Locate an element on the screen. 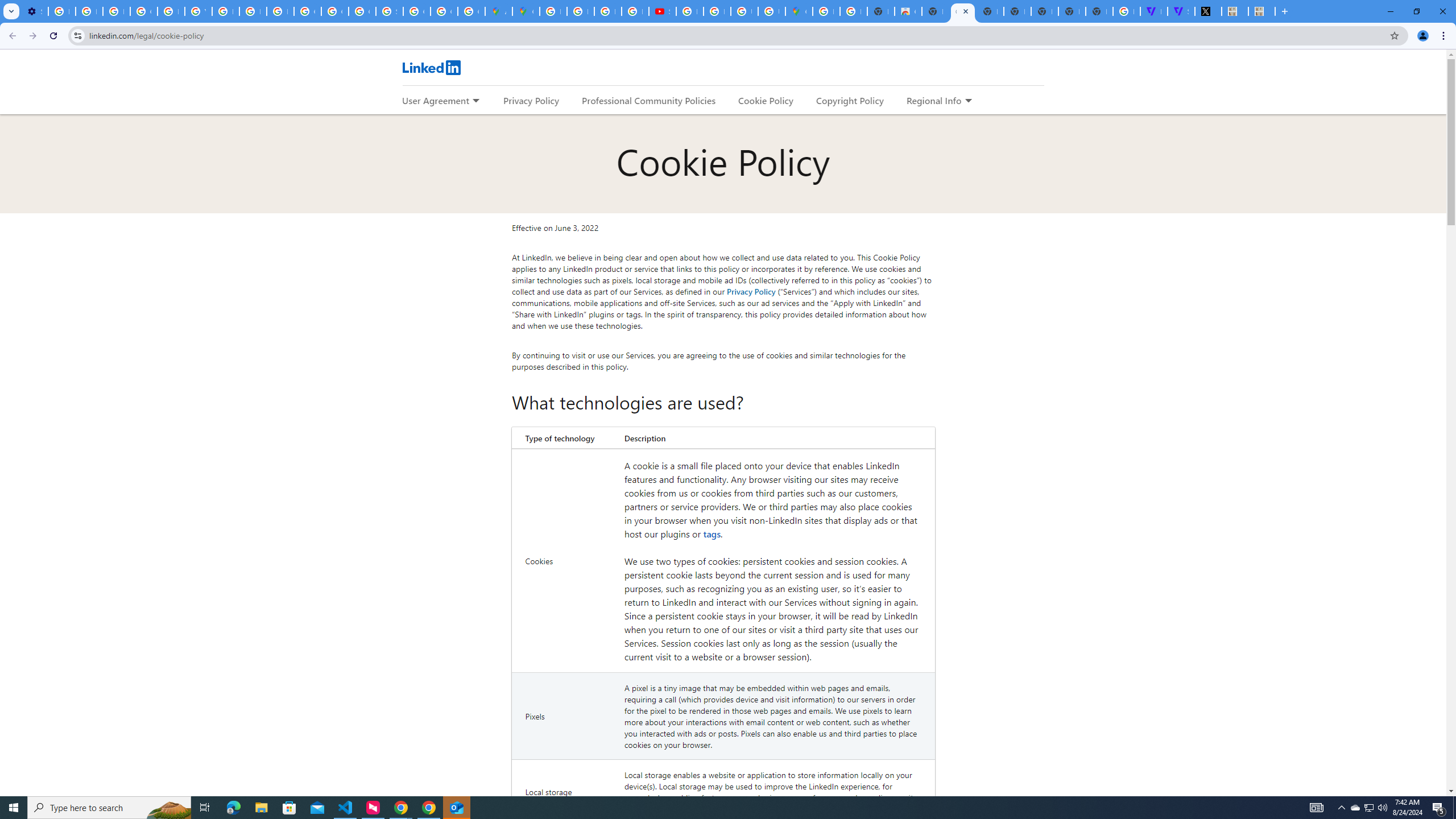 The height and width of the screenshot is (819, 1456). 'Address and search bar' is located at coordinates (735, 35).